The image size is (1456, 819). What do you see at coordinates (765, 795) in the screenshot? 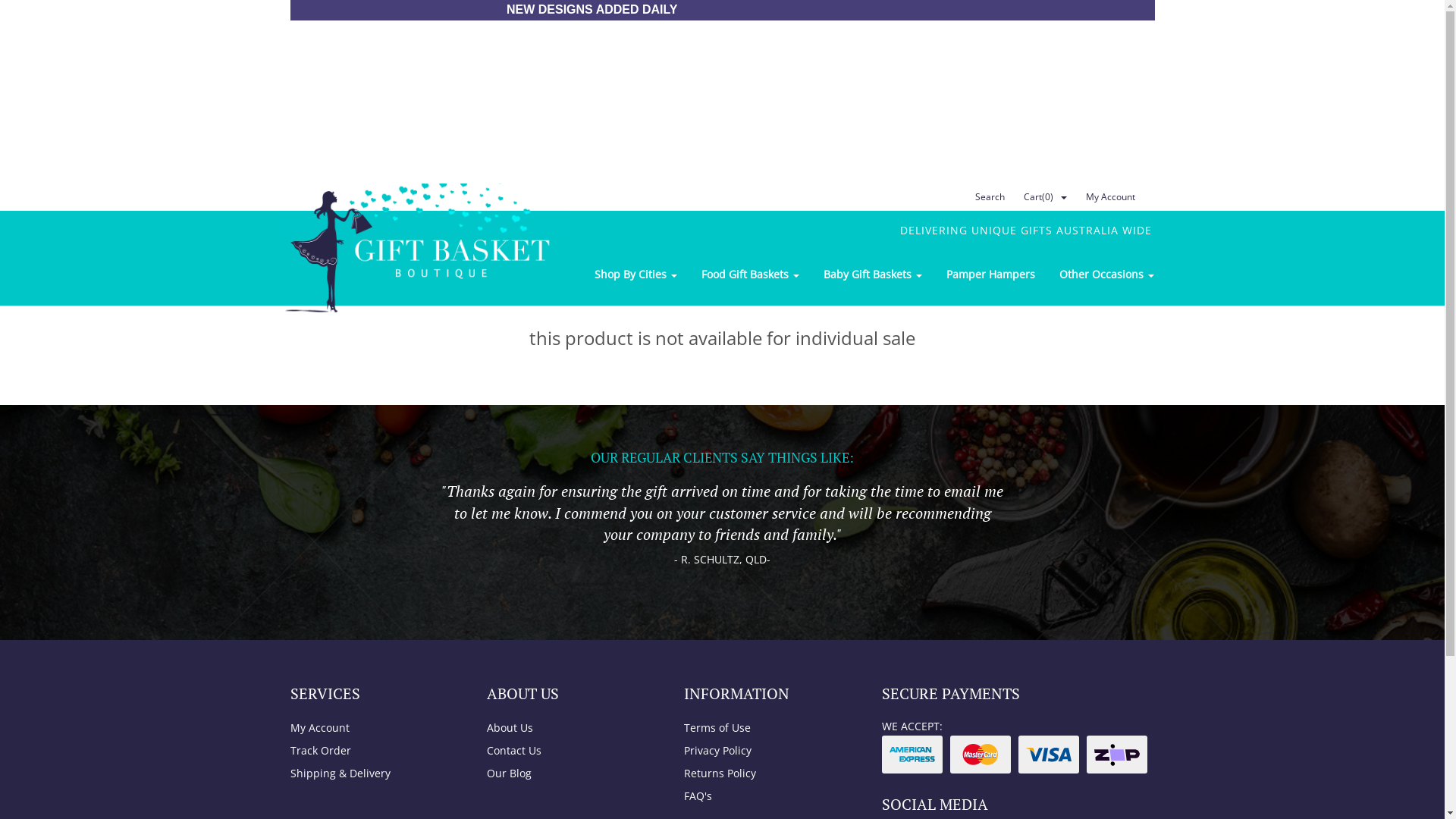
I see `'FAQ's'` at bounding box center [765, 795].